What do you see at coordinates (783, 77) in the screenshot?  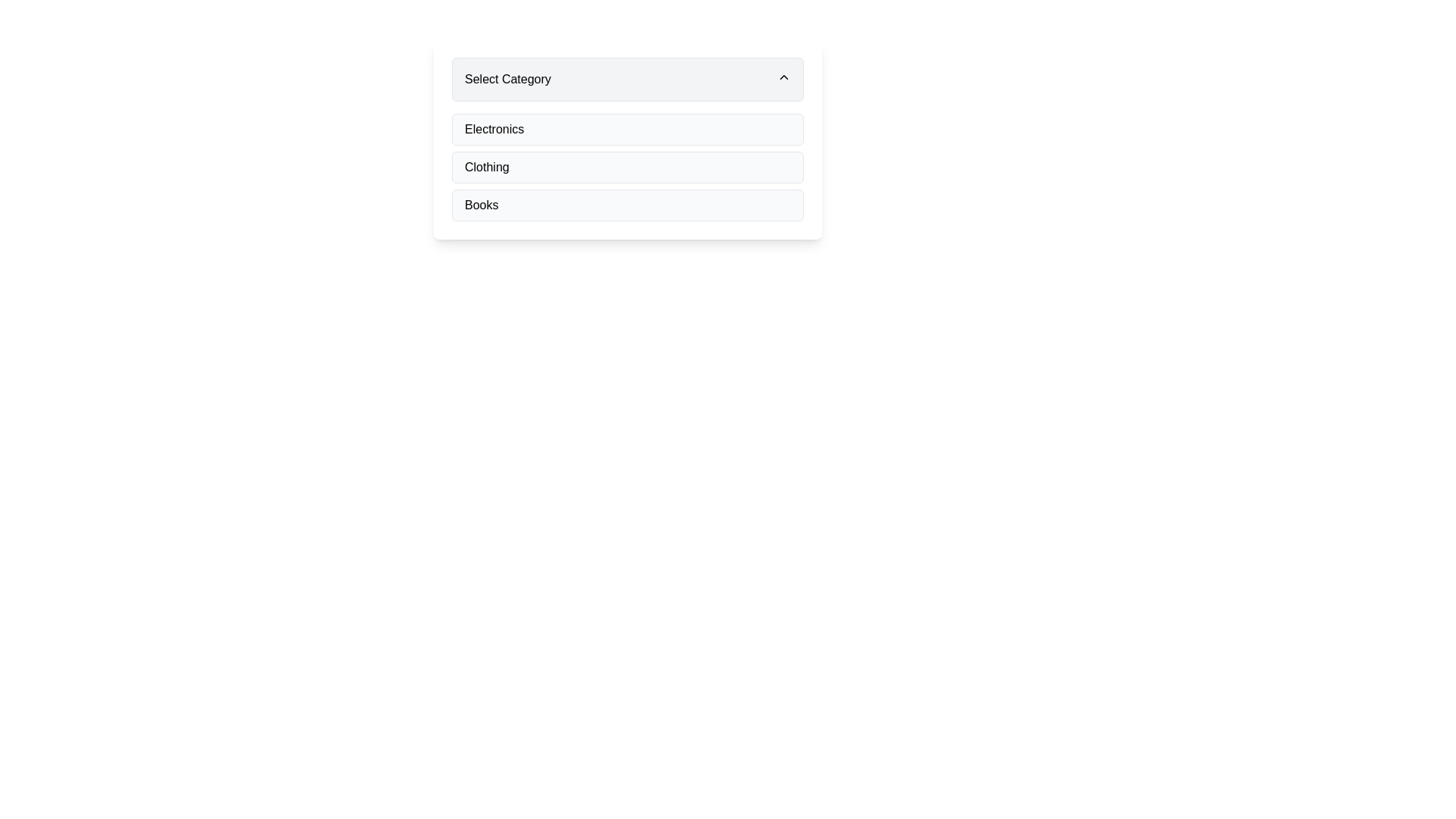 I see `the Chevron-Up Symbol icon located to the far right side of the dropdown header labeled 'Select Category' to check for highlighting that indicates interactivity` at bounding box center [783, 77].